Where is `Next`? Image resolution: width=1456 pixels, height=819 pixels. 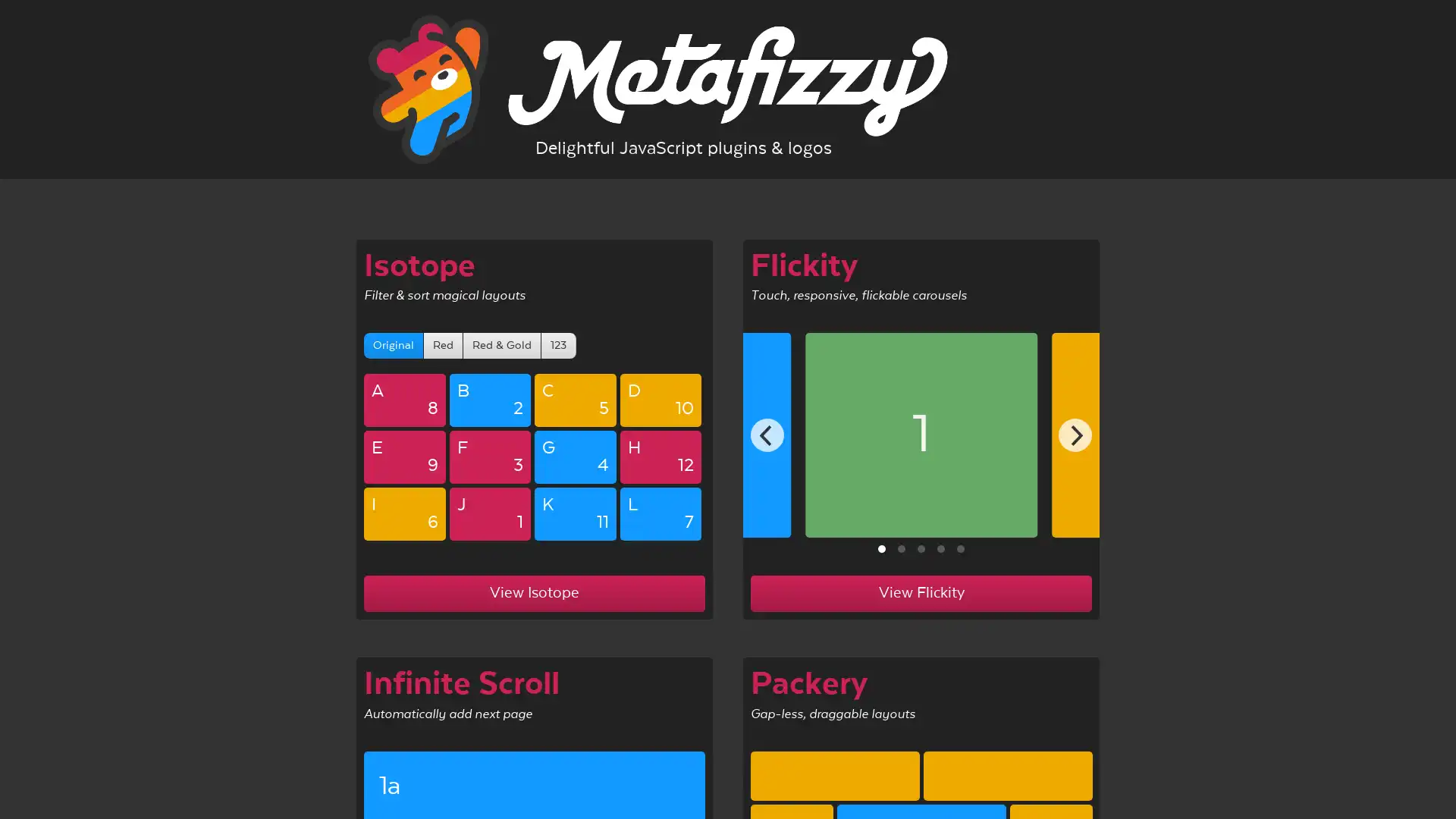 Next is located at coordinates (1074, 435).